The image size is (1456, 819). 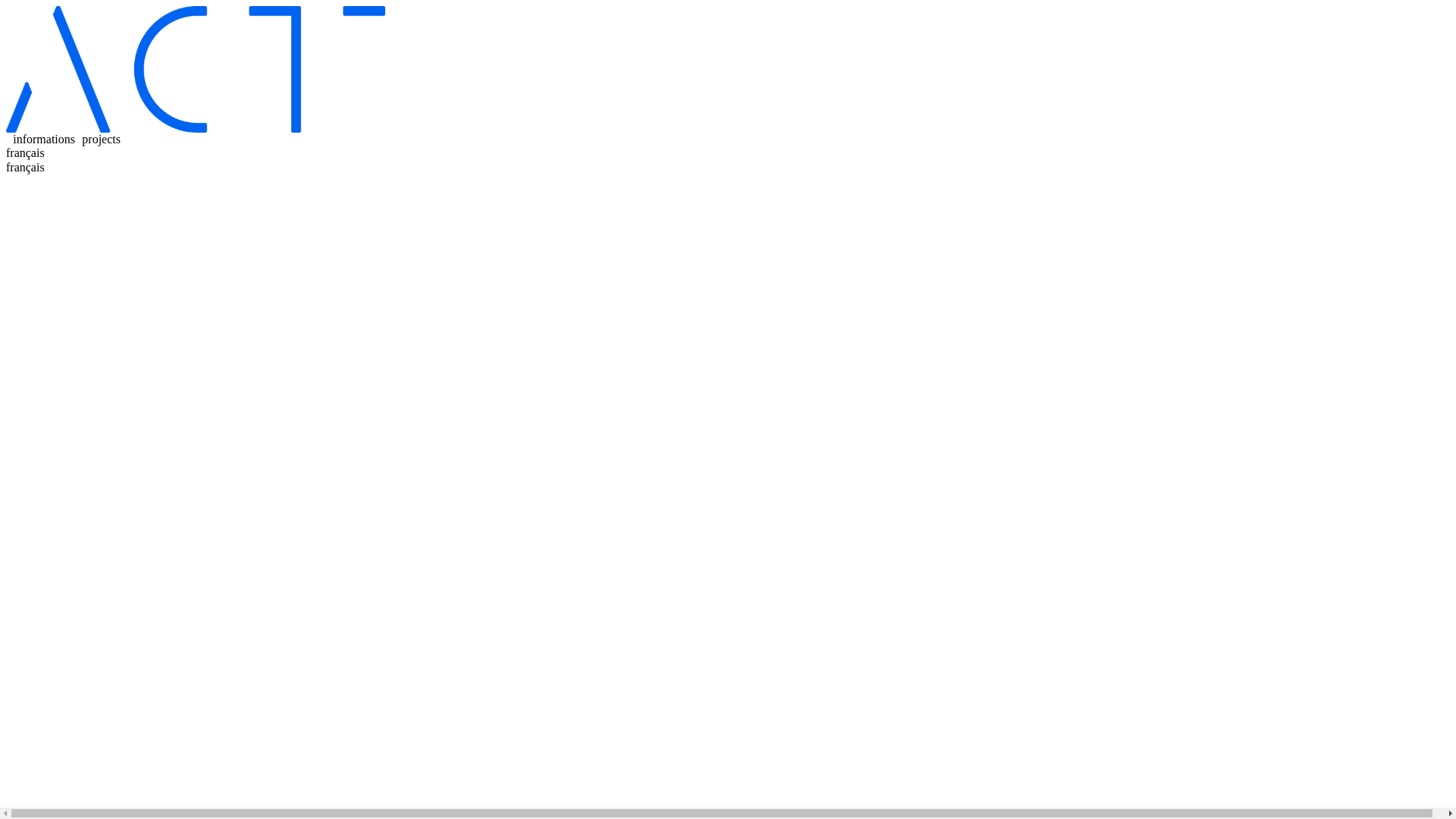 What do you see at coordinates (100, 139) in the screenshot?
I see `'projects'` at bounding box center [100, 139].